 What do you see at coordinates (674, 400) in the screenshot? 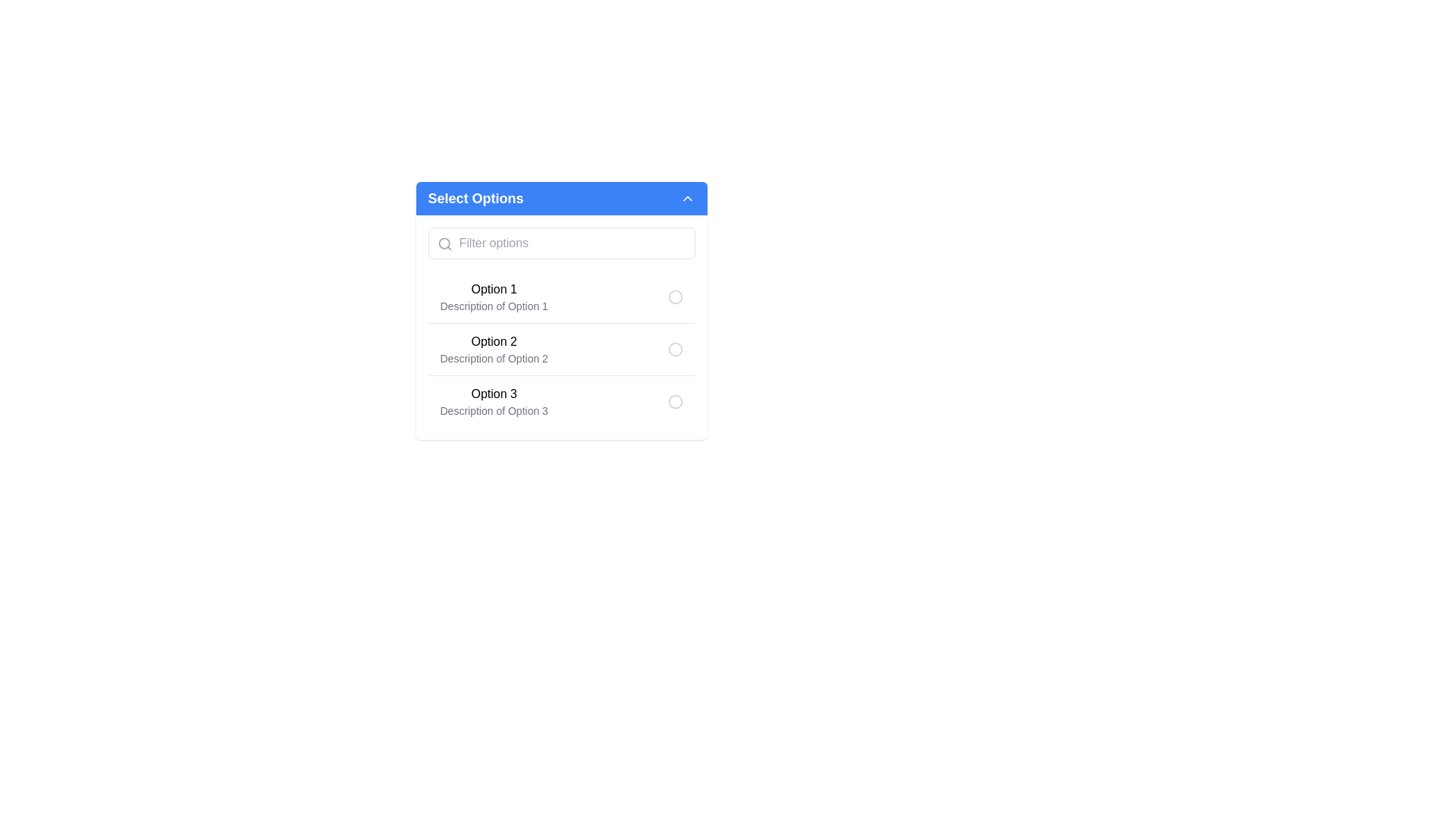
I see `the radio button for 'Option 3' in the 'Select Options' dropdown list` at bounding box center [674, 400].